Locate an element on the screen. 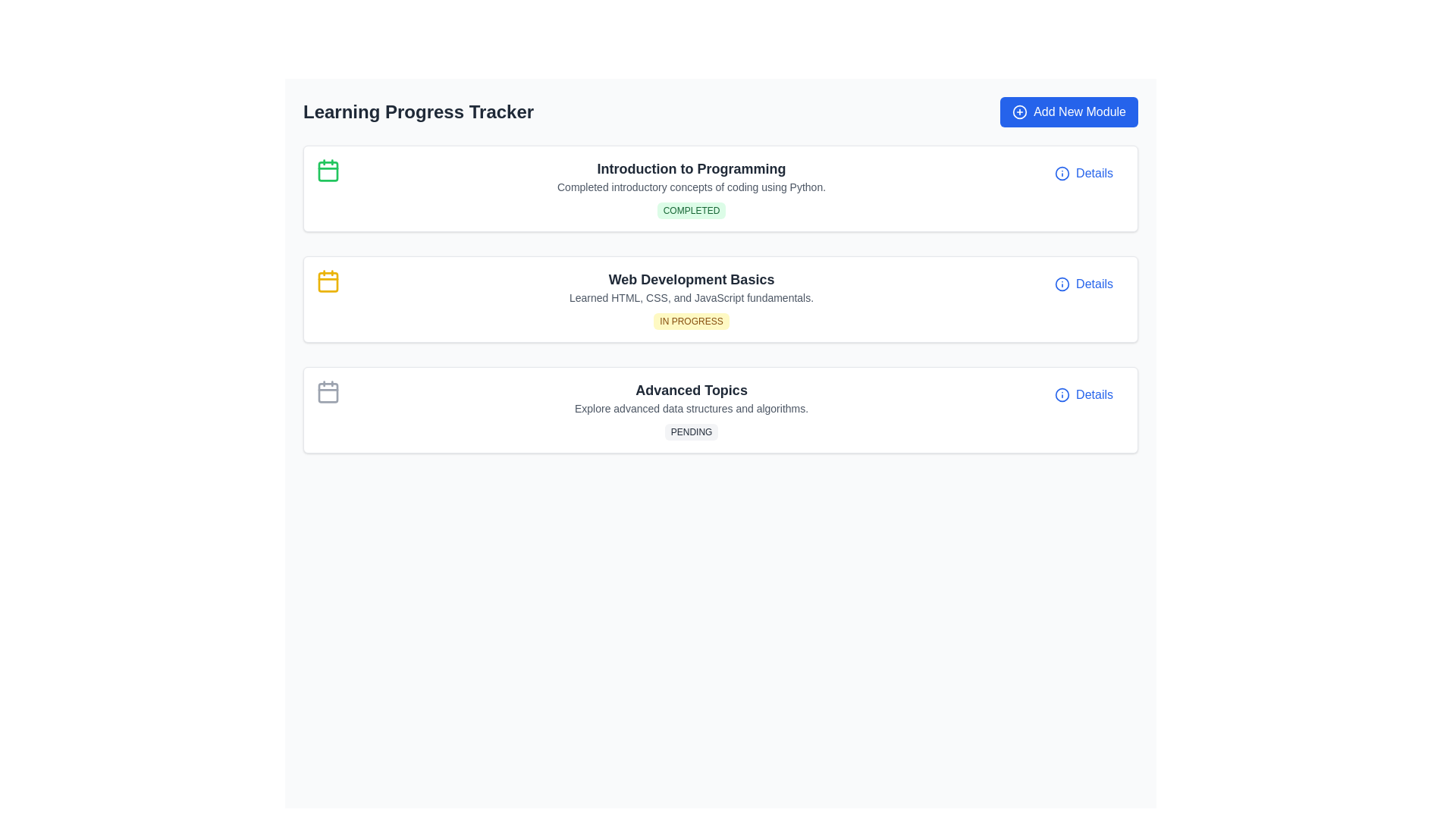 The image size is (1456, 819). the blue circular SVG Circle within the information icon of the 'Details' button in the third card for 'Advanced Topics' is located at coordinates (1062, 394).